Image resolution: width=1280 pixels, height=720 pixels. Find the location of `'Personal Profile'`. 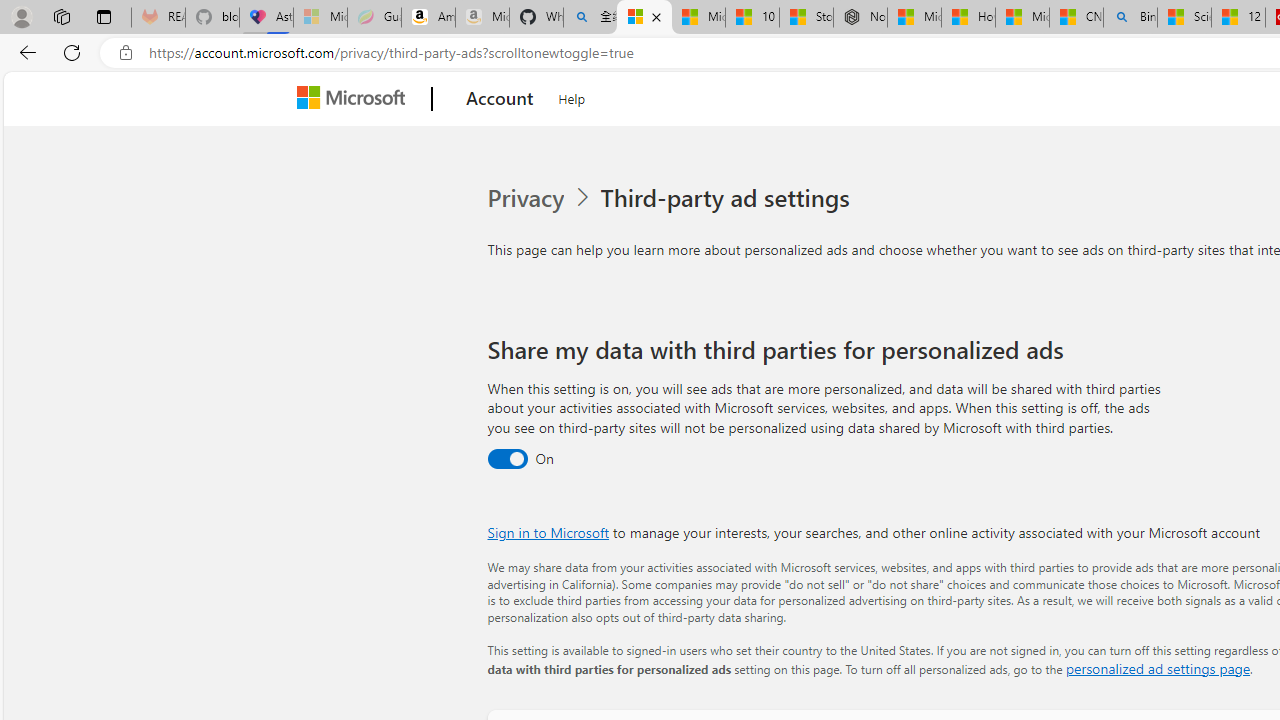

'Personal Profile' is located at coordinates (21, 16).